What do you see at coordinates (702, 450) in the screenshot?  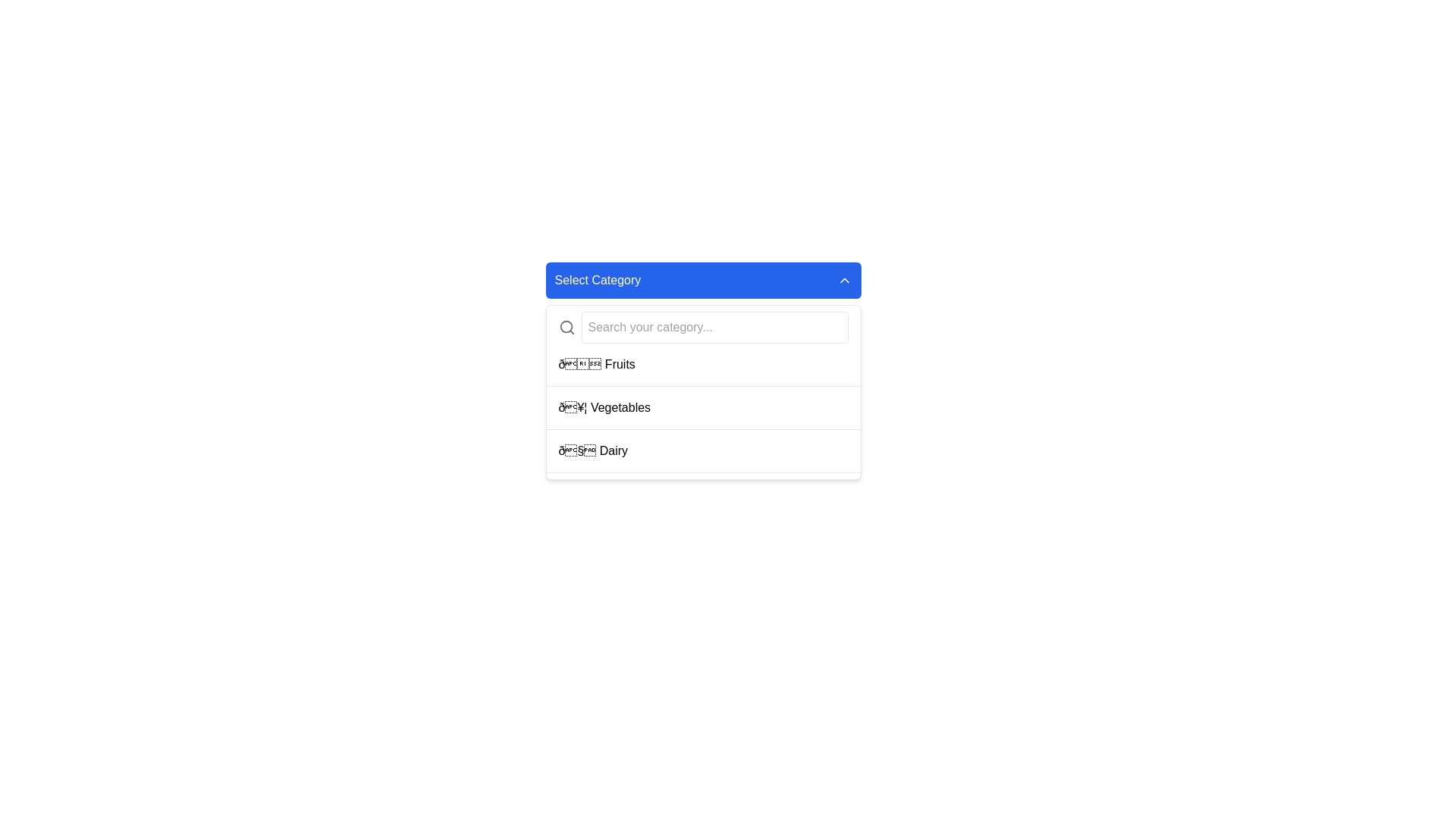 I see `the selectable list item labeled '🧀 Dairy'` at bounding box center [702, 450].